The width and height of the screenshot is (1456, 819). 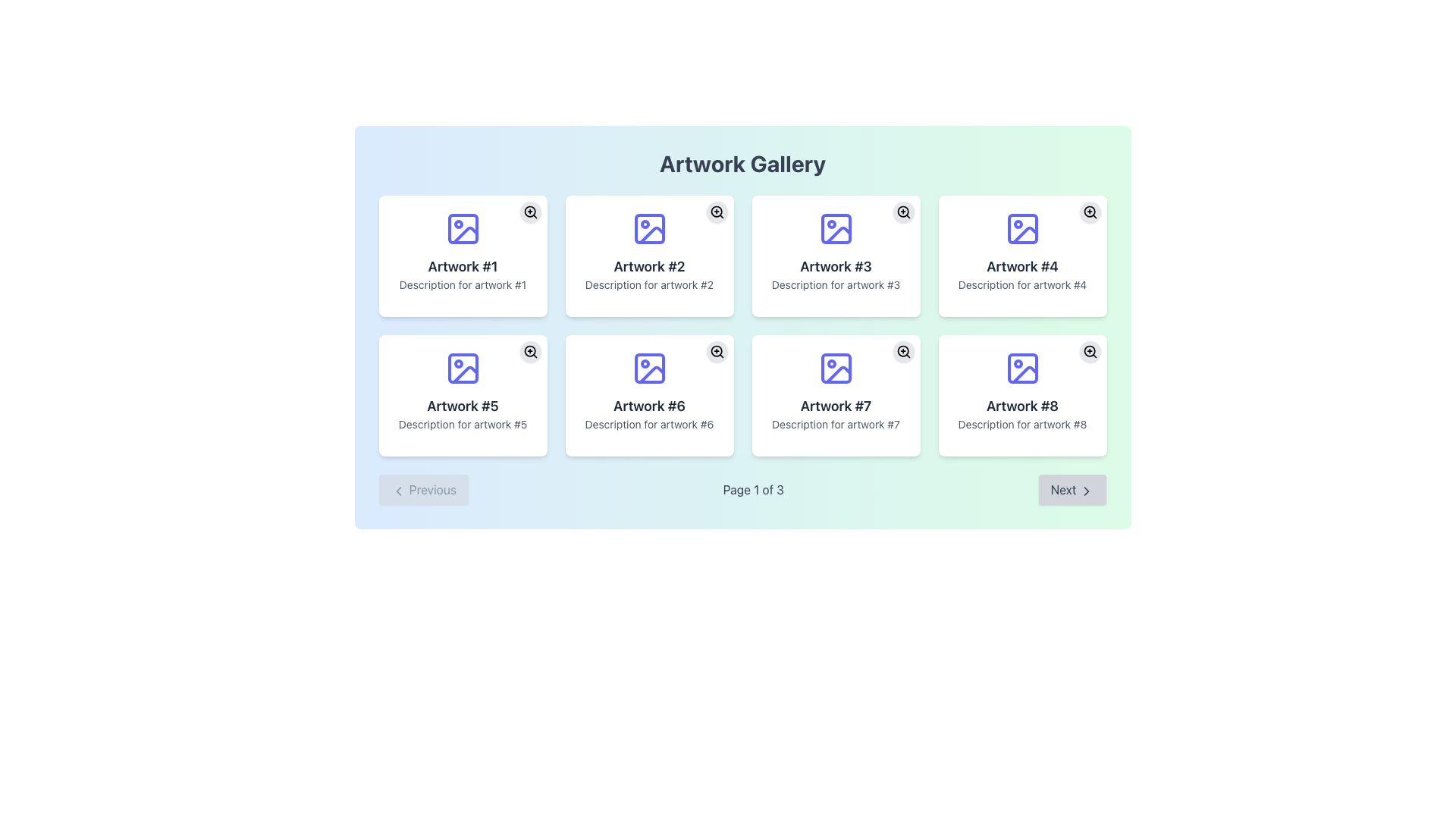 What do you see at coordinates (462, 394) in the screenshot?
I see `on the display card showcasing 'Artwork #5', which is positioned in the second row of a four-column grid layout` at bounding box center [462, 394].